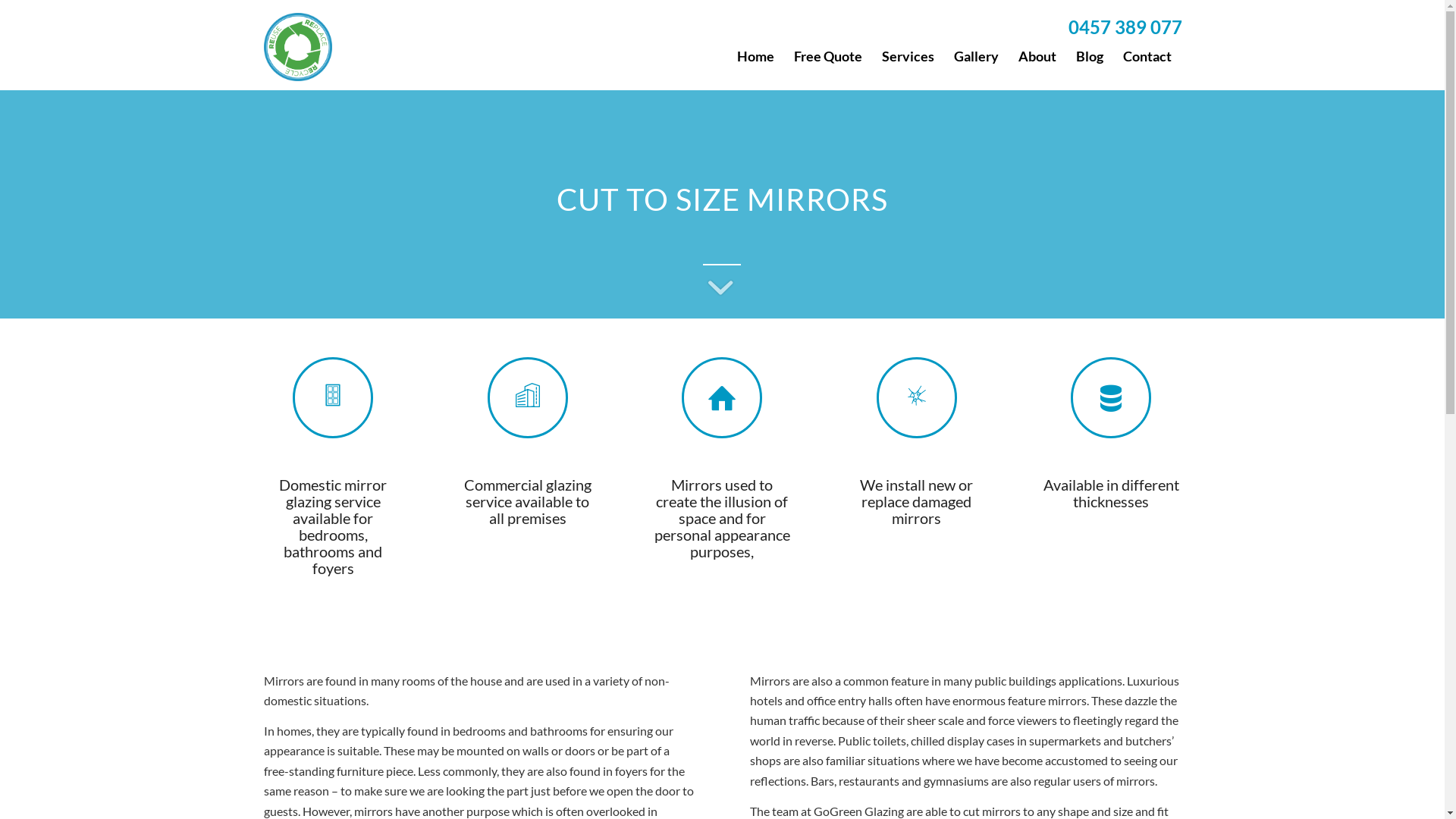 The height and width of the screenshot is (819, 1456). What do you see at coordinates (1037, 55) in the screenshot?
I see `'About'` at bounding box center [1037, 55].